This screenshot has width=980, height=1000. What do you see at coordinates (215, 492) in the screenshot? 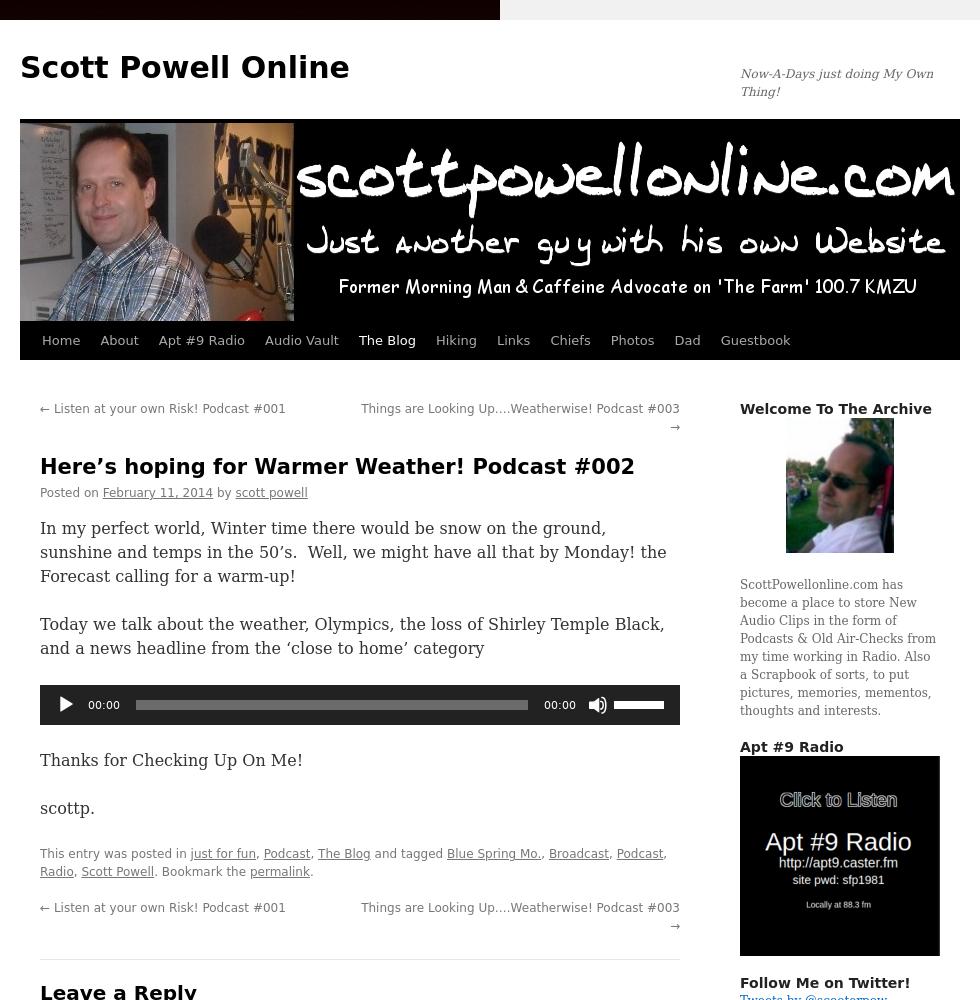
I see `'by'` at bounding box center [215, 492].